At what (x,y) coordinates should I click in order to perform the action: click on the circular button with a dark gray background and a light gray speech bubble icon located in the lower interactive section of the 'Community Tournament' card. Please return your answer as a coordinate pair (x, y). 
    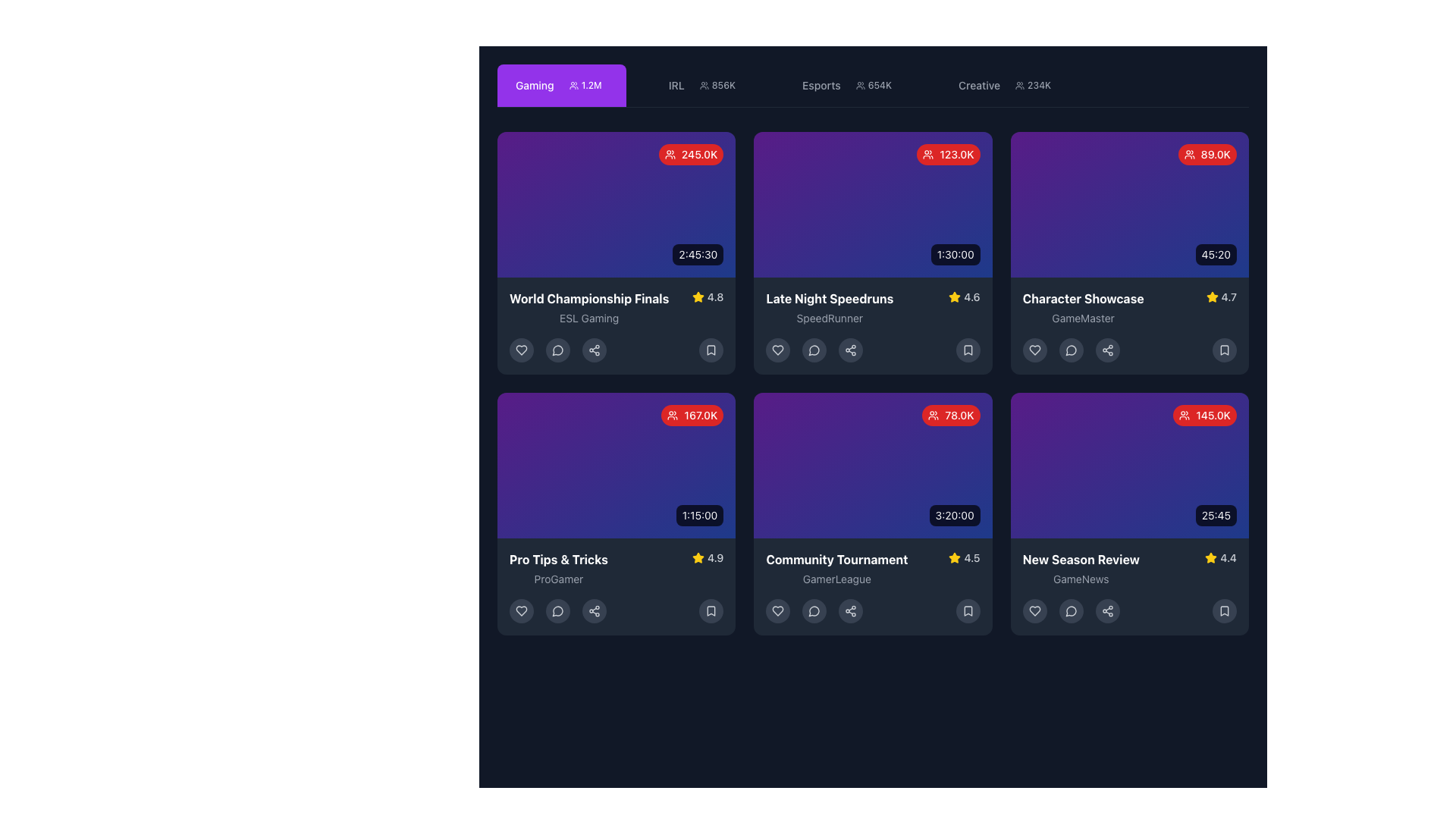
    Looking at the image, I should click on (814, 610).